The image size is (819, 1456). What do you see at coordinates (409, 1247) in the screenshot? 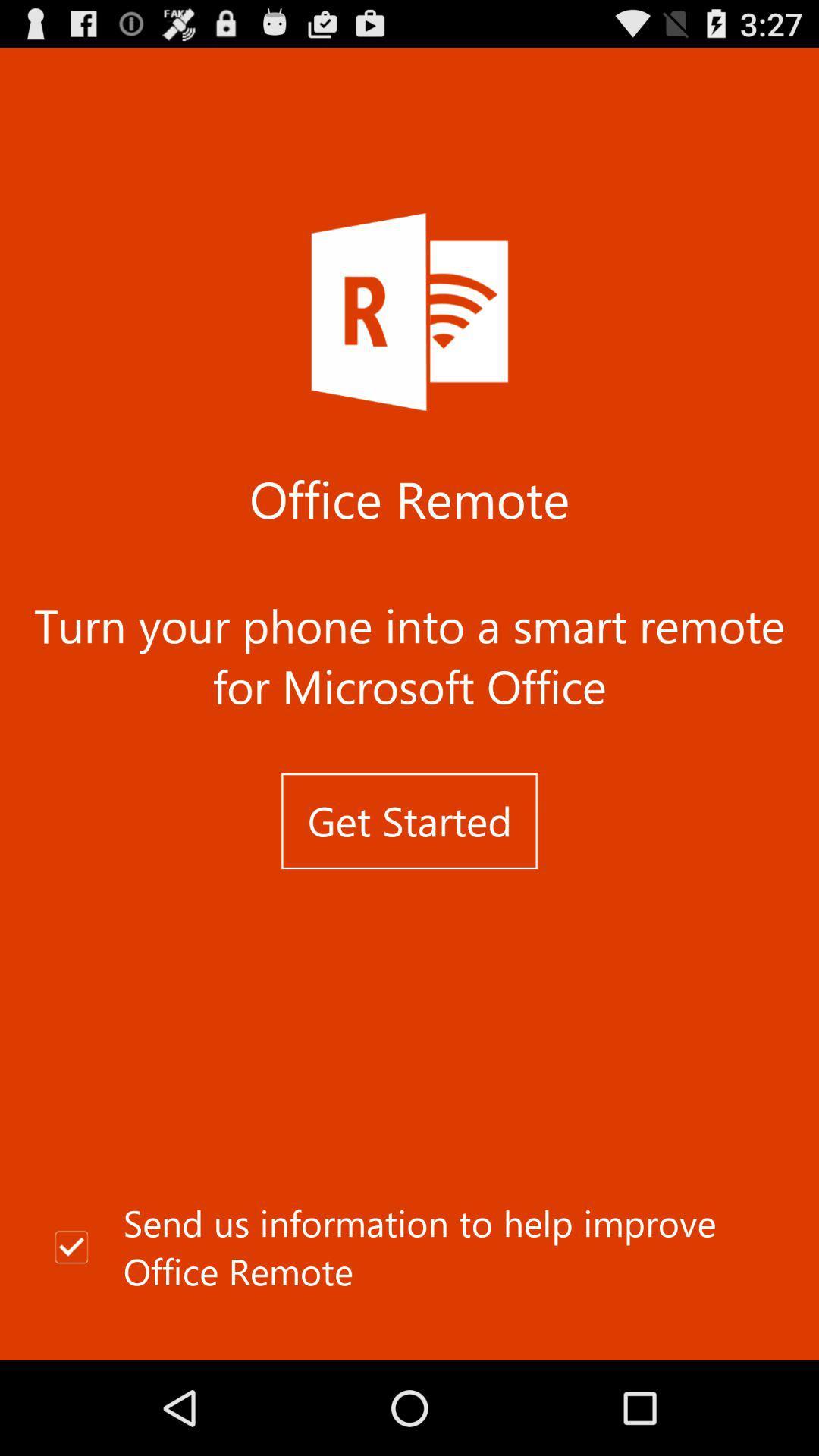
I see `send us information checkbox` at bounding box center [409, 1247].